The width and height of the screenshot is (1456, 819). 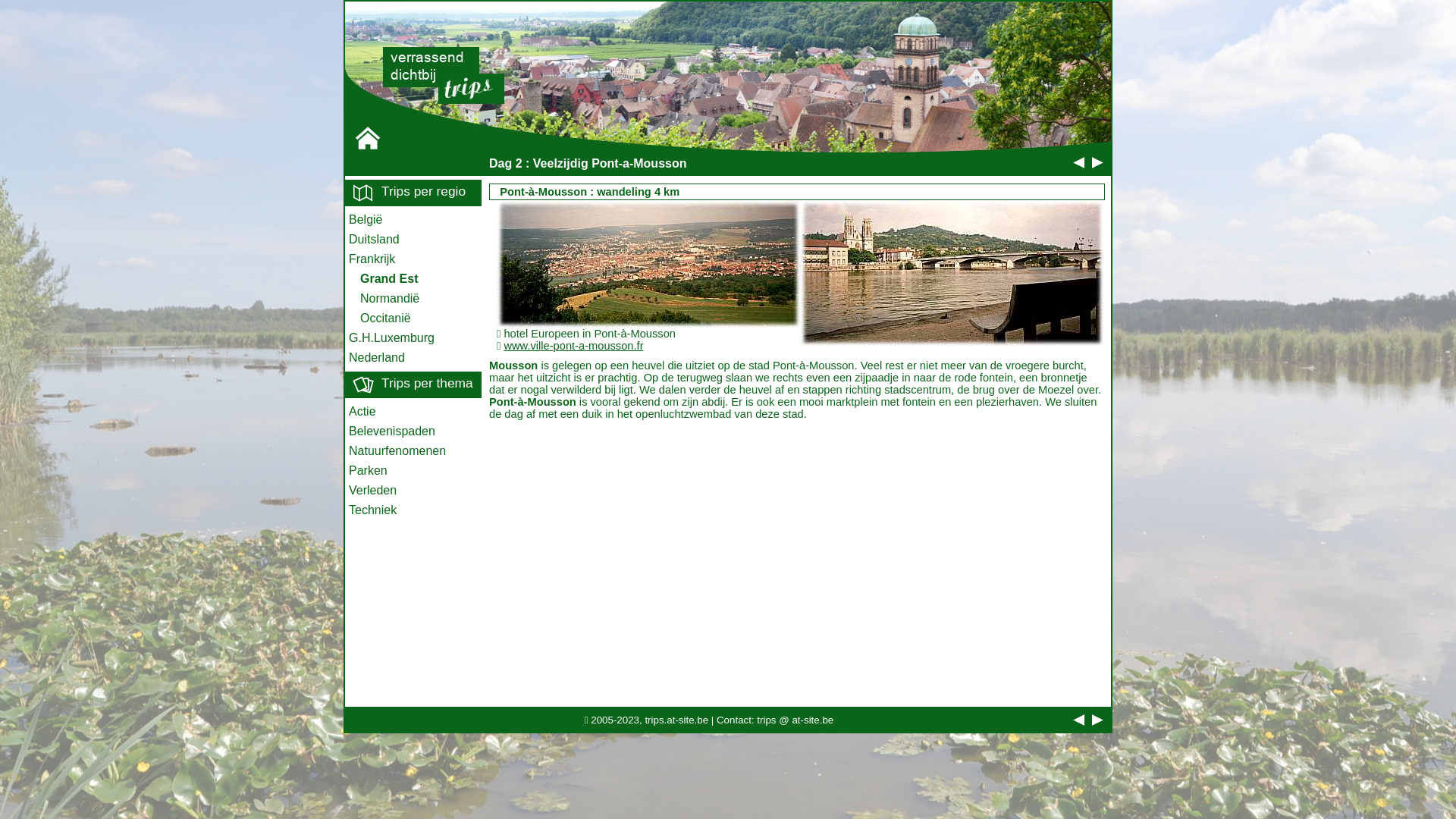 I want to click on 'G.H.Luxemburg', so click(x=413, y=337).